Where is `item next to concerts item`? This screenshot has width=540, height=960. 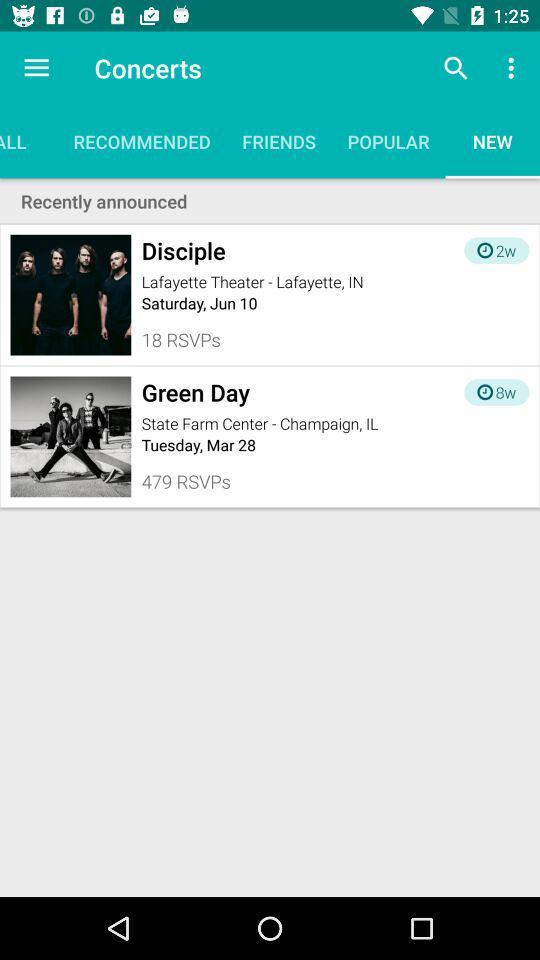
item next to concerts item is located at coordinates (36, 68).